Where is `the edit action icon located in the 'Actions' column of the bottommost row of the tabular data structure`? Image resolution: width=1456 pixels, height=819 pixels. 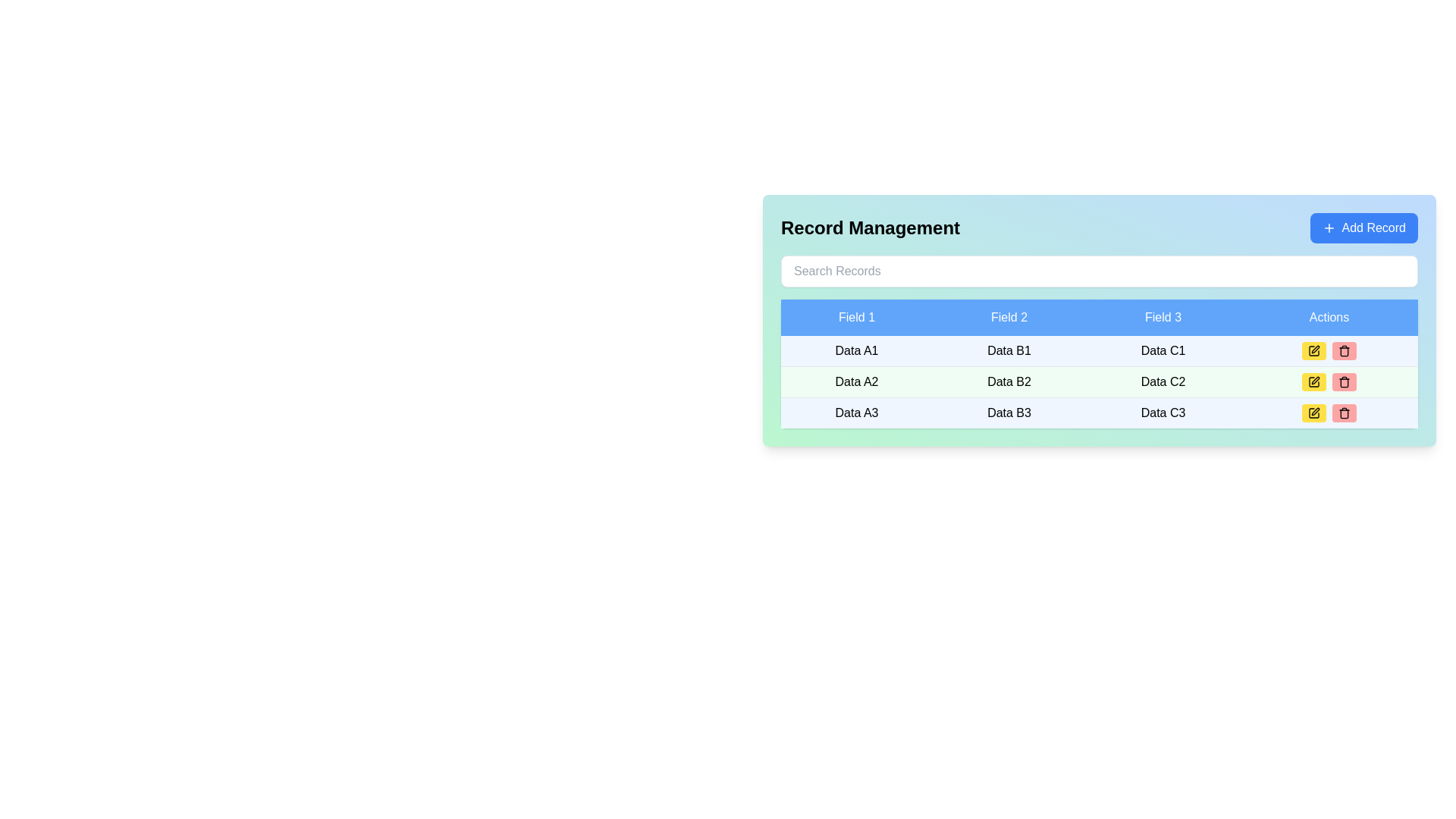 the edit action icon located in the 'Actions' column of the bottommost row of the tabular data structure is located at coordinates (1313, 413).